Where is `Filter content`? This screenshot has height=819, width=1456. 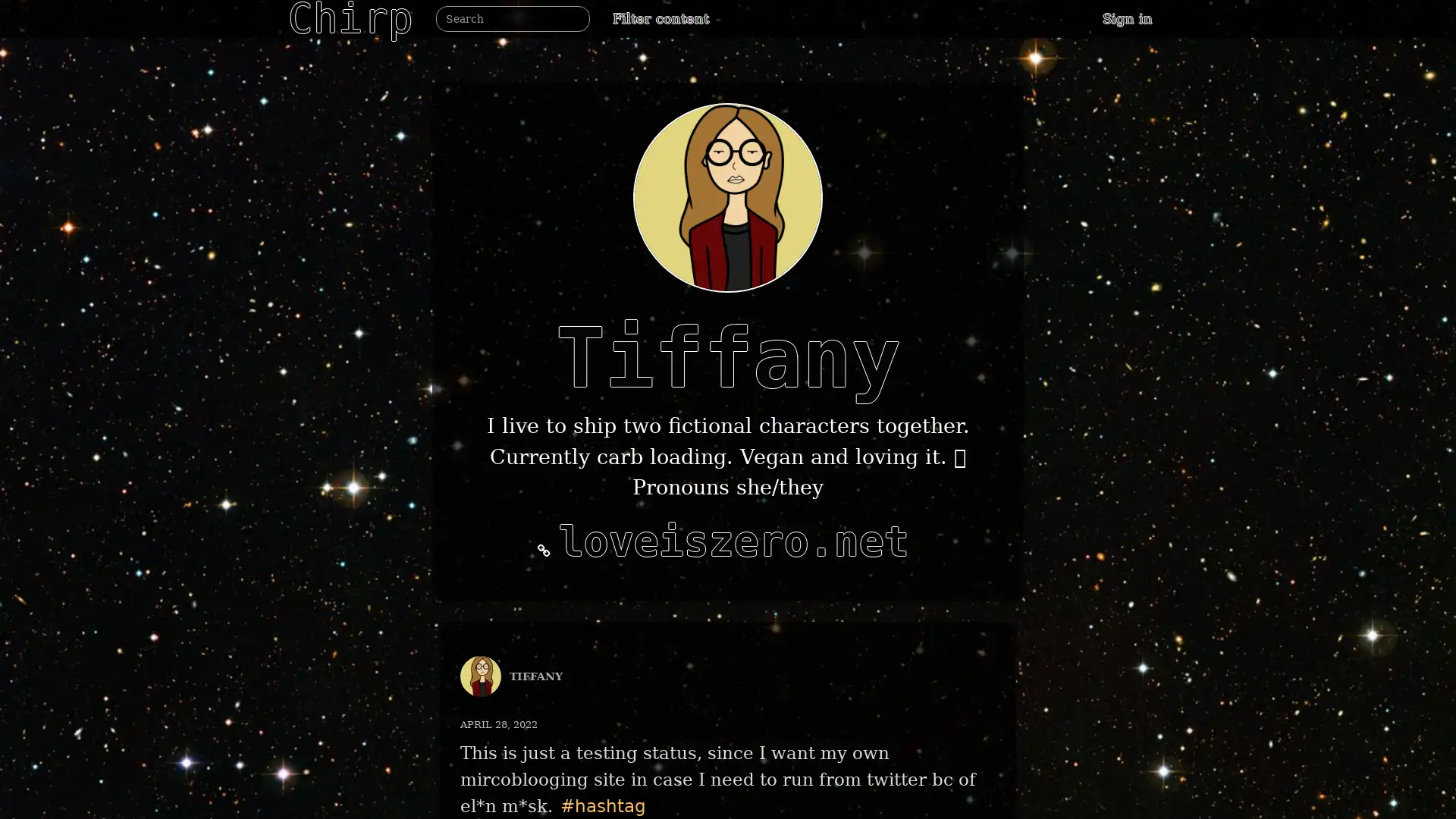
Filter content is located at coordinates (667, 18).